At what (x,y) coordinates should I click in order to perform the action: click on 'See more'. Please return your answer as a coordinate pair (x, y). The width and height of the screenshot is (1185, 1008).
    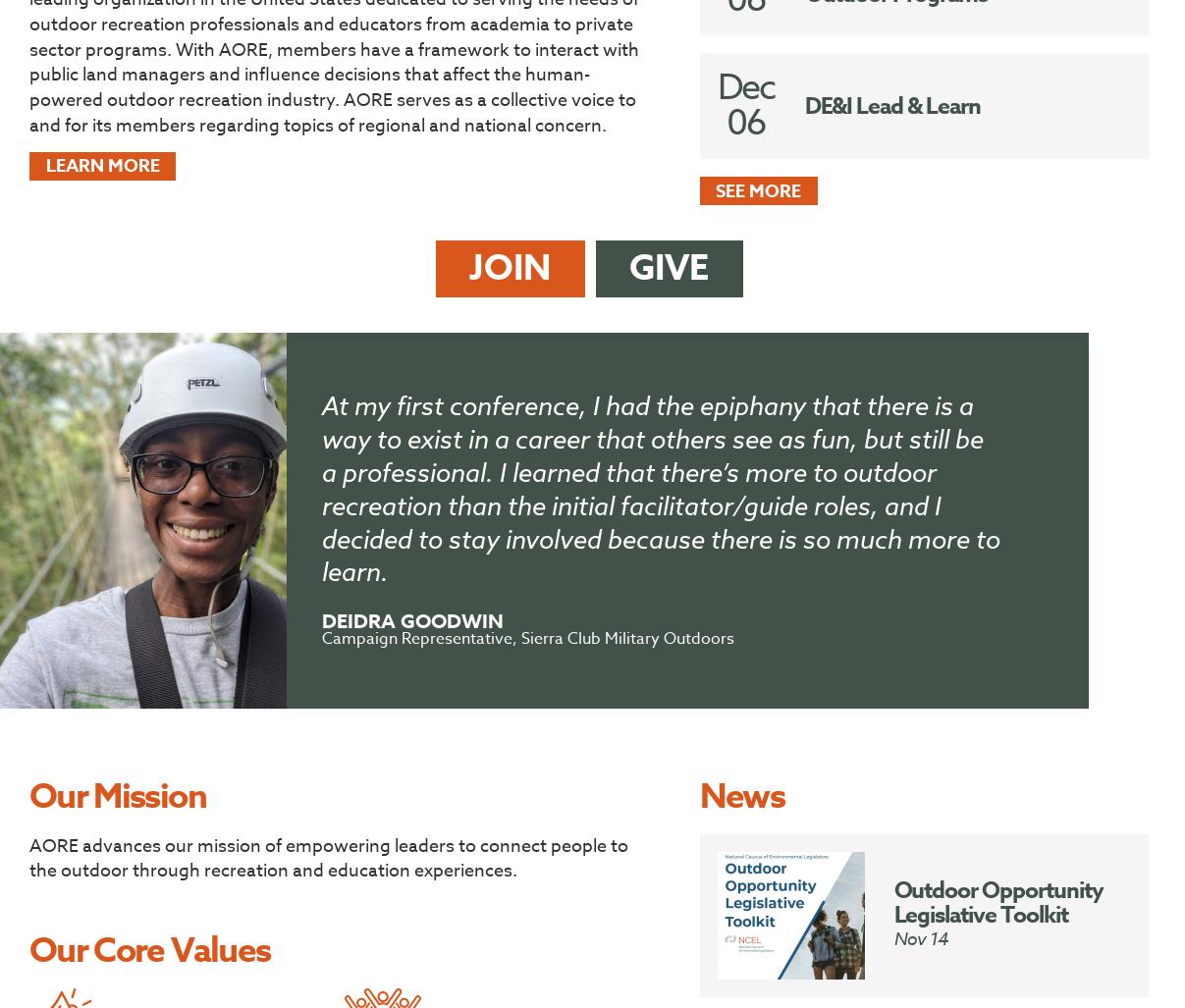
    Looking at the image, I should click on (716, 189).